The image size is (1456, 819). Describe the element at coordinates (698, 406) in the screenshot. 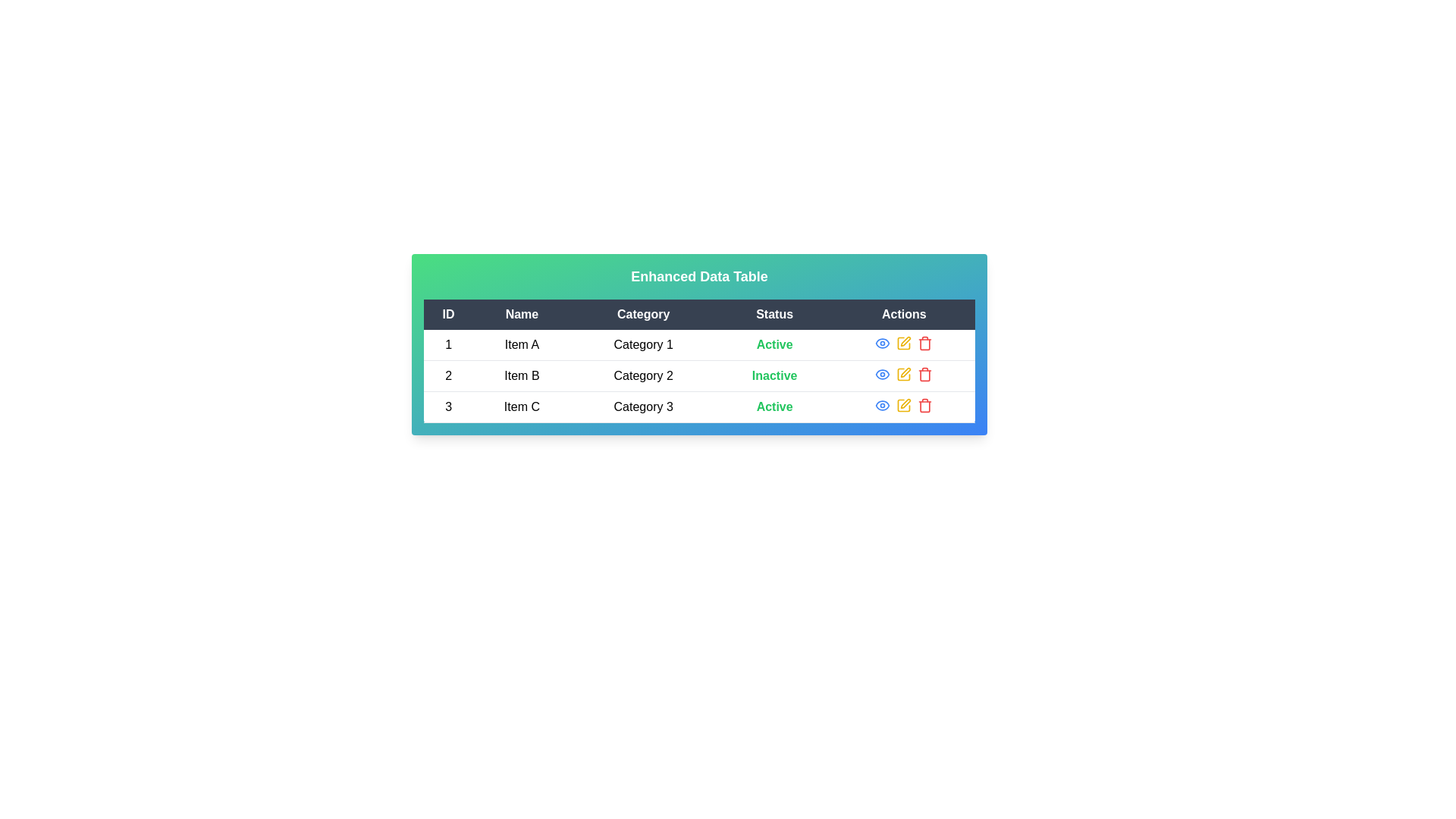

I see `the row corresponding to 3` at that location.